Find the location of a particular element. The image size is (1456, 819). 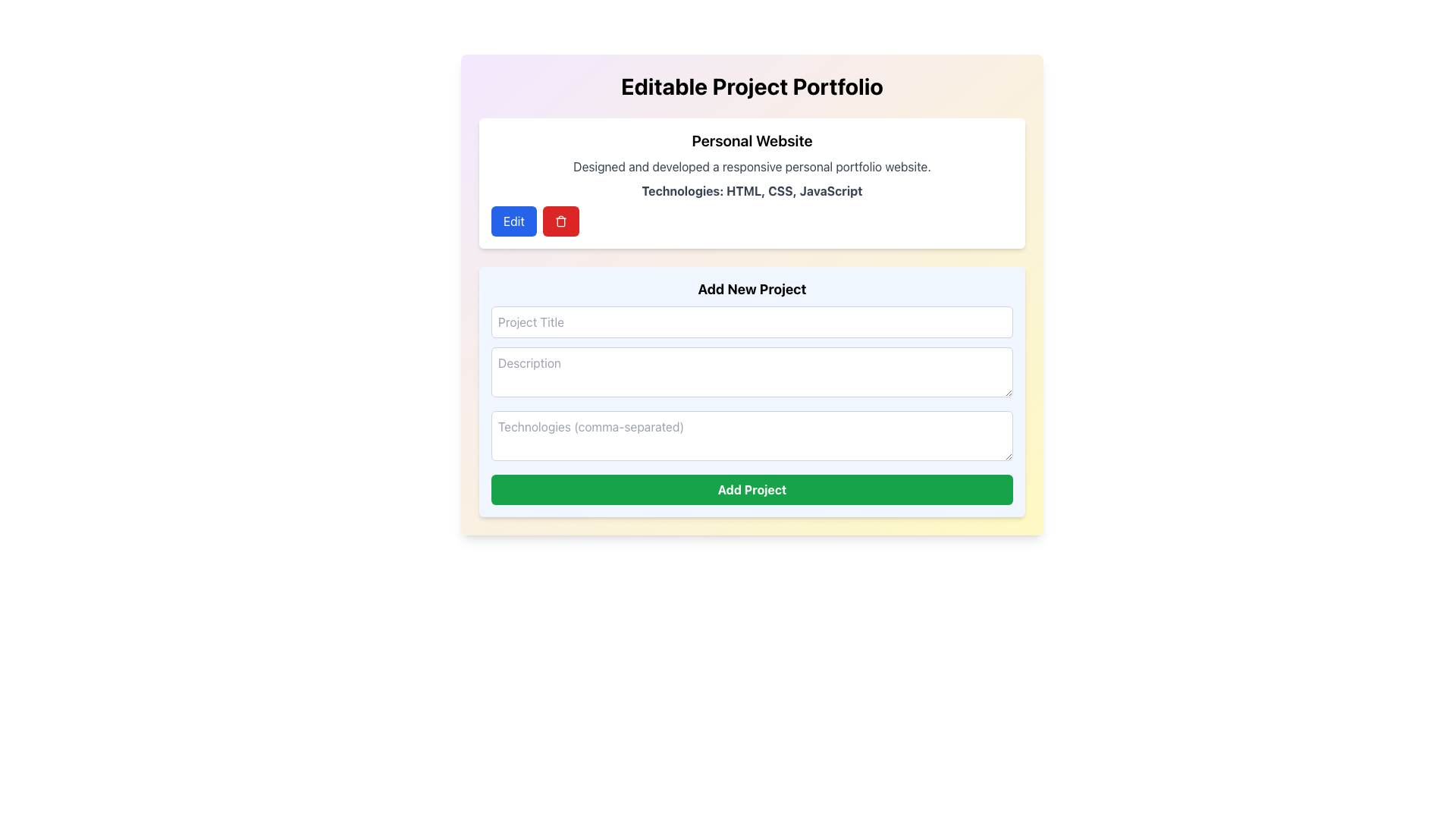

the static text line element that displays 'Technologies: HTML, CSS, JavaScript', which is bold and gray, positioned below the project description and above interactive buttons is located at coordinates (752, 190).